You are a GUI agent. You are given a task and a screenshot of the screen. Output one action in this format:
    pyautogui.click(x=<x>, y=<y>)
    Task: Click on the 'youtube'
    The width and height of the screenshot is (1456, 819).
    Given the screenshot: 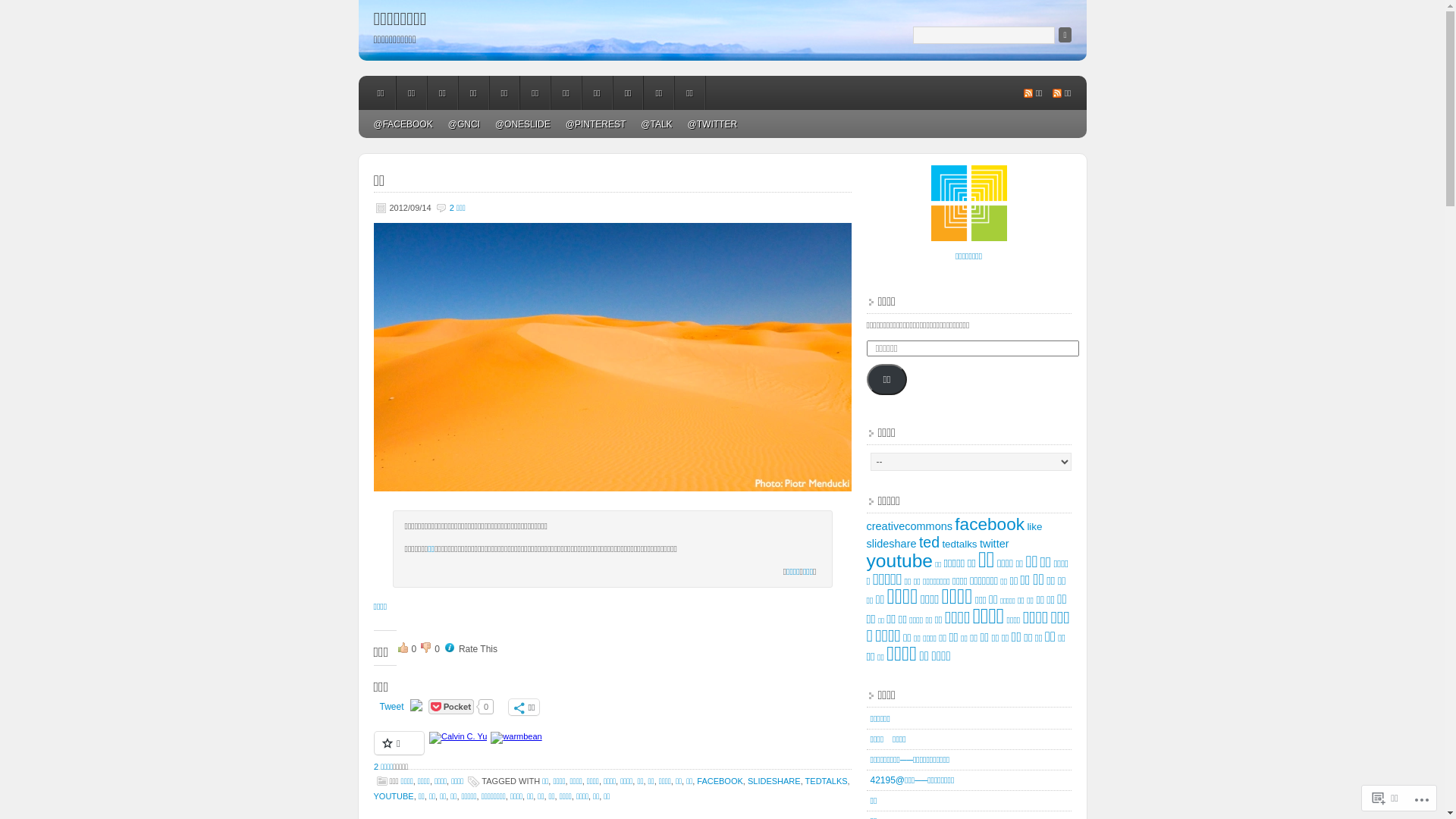 What is the action you would take?
    pyautogui.click(x=899, y=560)
    